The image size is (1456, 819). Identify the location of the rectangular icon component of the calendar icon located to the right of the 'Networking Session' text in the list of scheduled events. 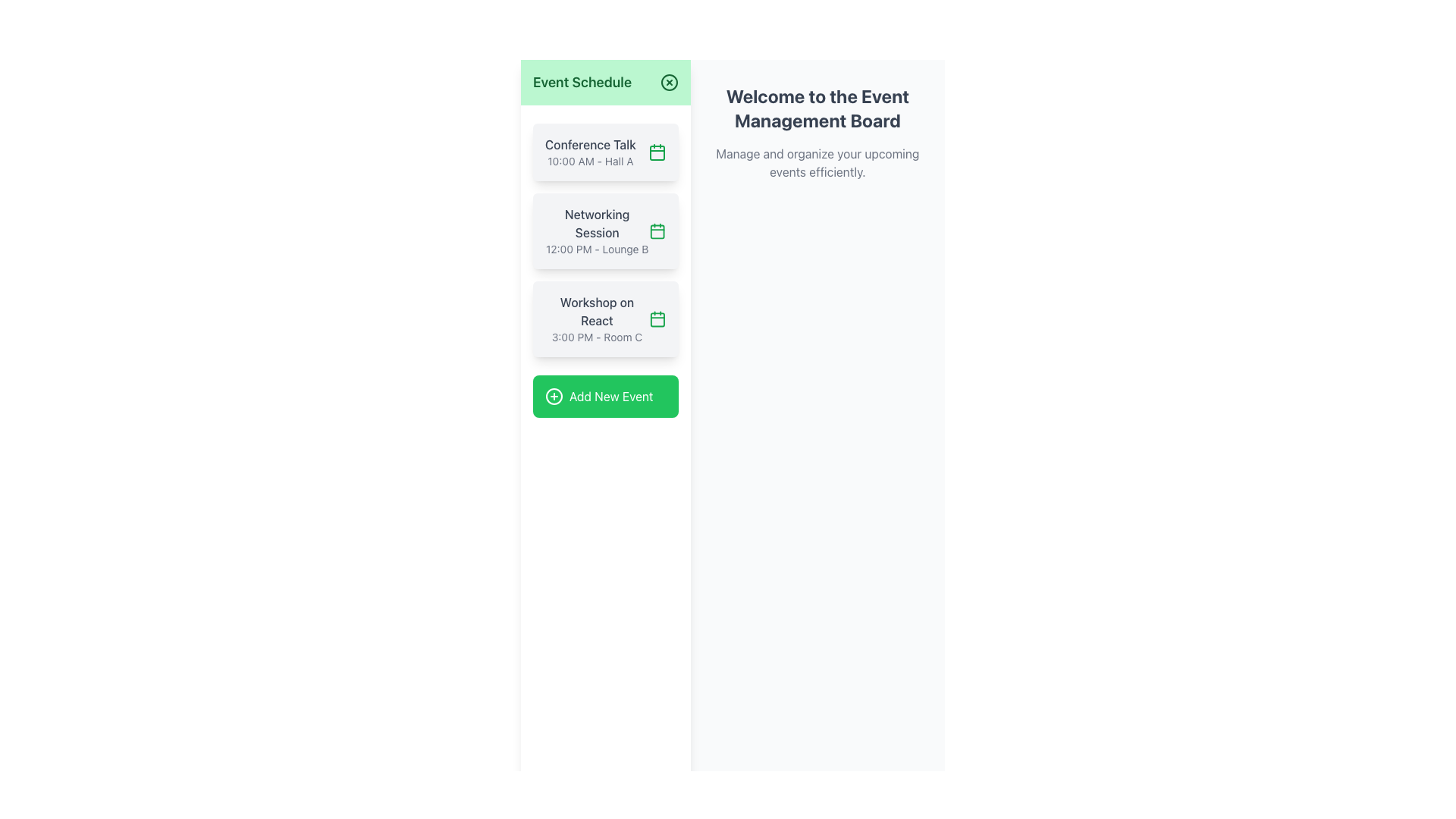
(657, 231).